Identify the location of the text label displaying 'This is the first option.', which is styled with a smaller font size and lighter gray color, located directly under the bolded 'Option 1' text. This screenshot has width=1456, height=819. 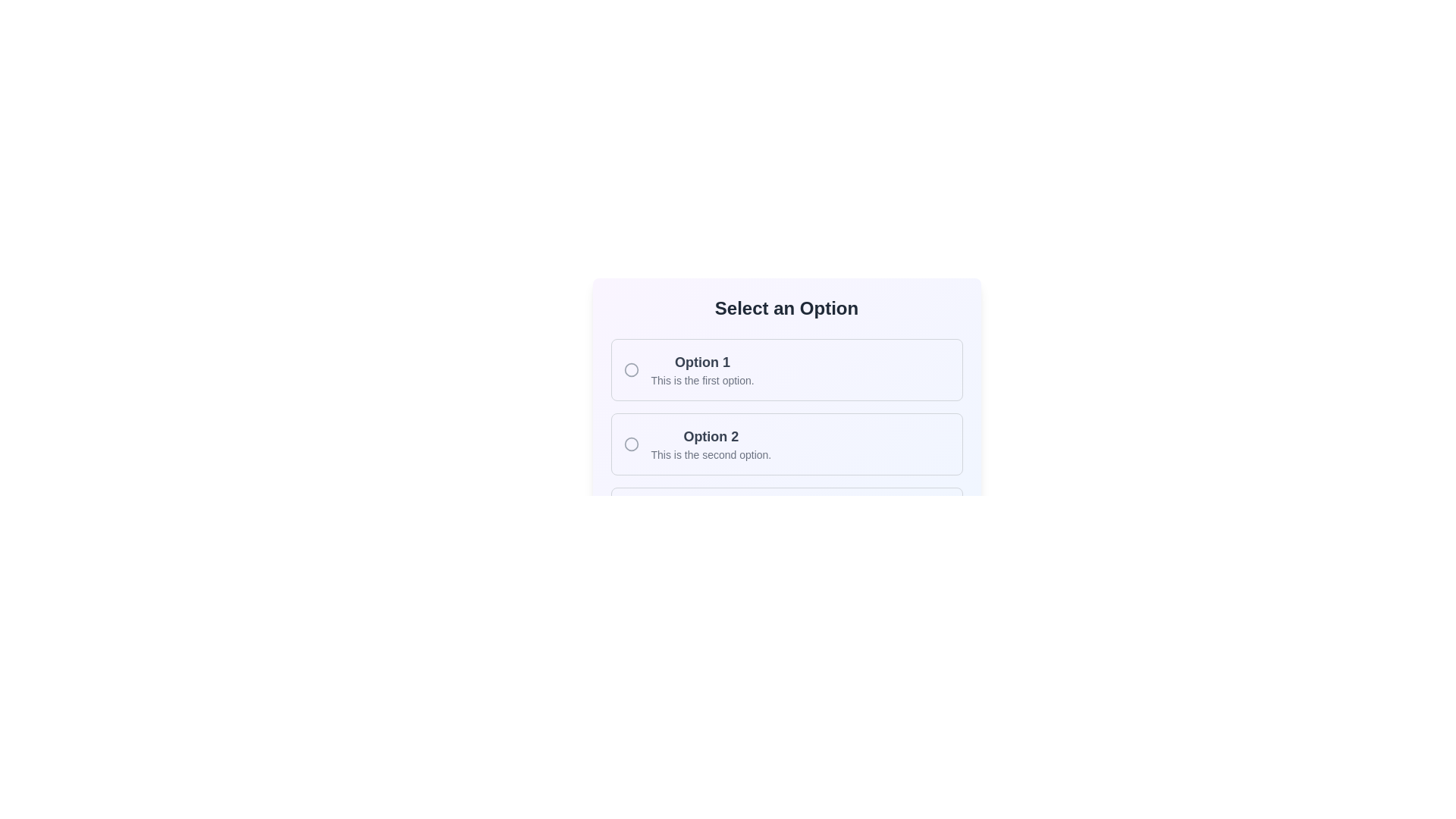
(701, 379).